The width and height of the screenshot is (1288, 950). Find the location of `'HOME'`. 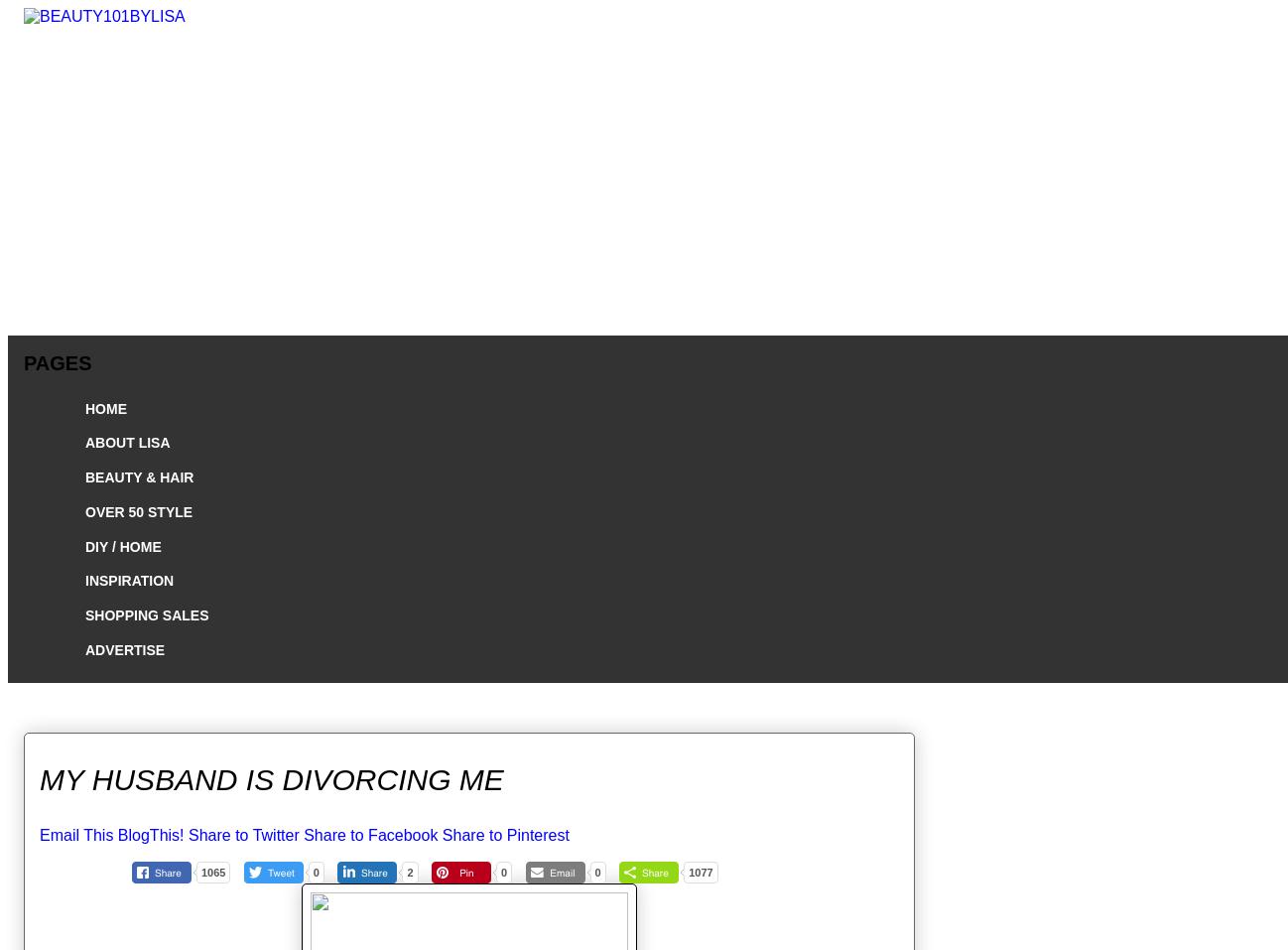

'HOME' is located at coordinates (105, 407).